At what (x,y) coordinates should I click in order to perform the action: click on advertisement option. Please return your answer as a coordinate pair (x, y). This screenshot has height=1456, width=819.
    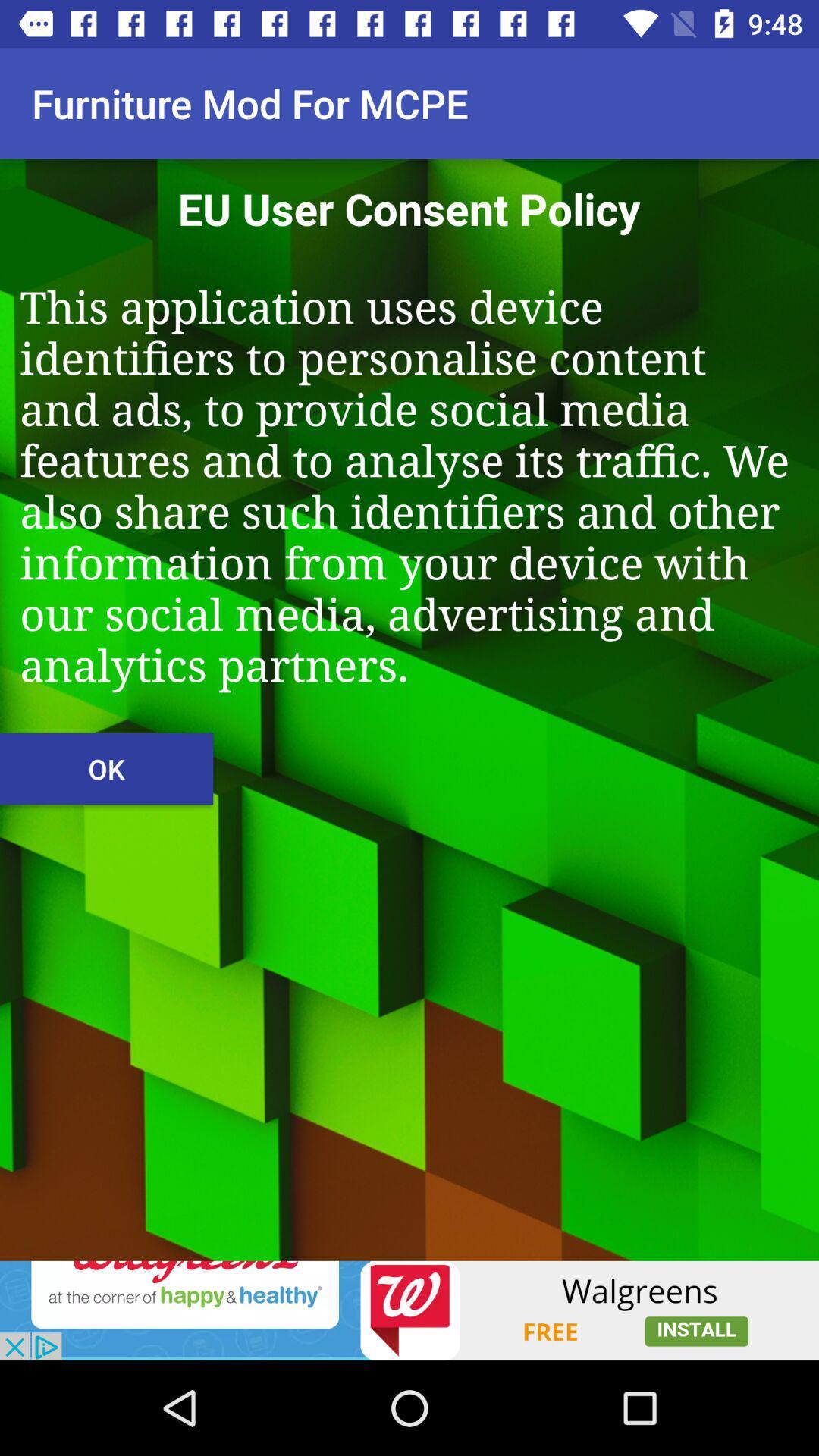
    Looking at the image, I should click on (409, 1310).